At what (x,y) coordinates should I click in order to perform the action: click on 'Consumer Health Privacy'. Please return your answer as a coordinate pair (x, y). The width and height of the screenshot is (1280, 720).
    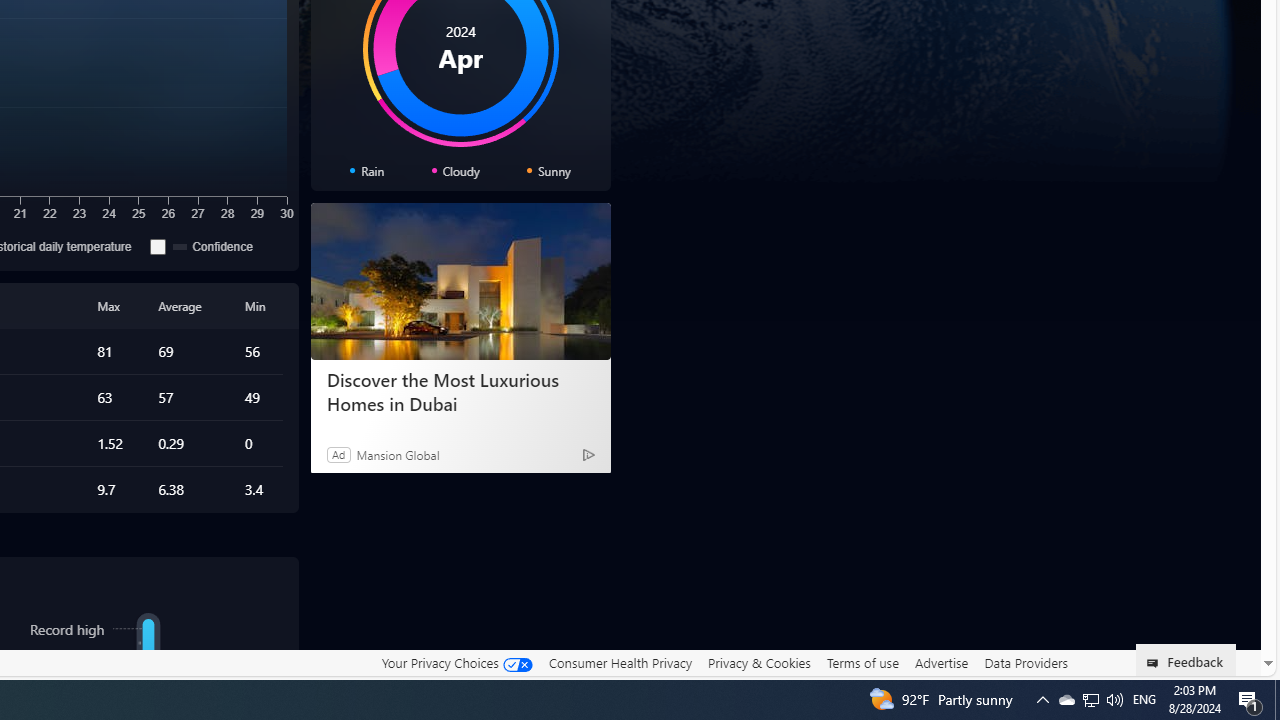
    Looking at the image, I should click on (619, 662).